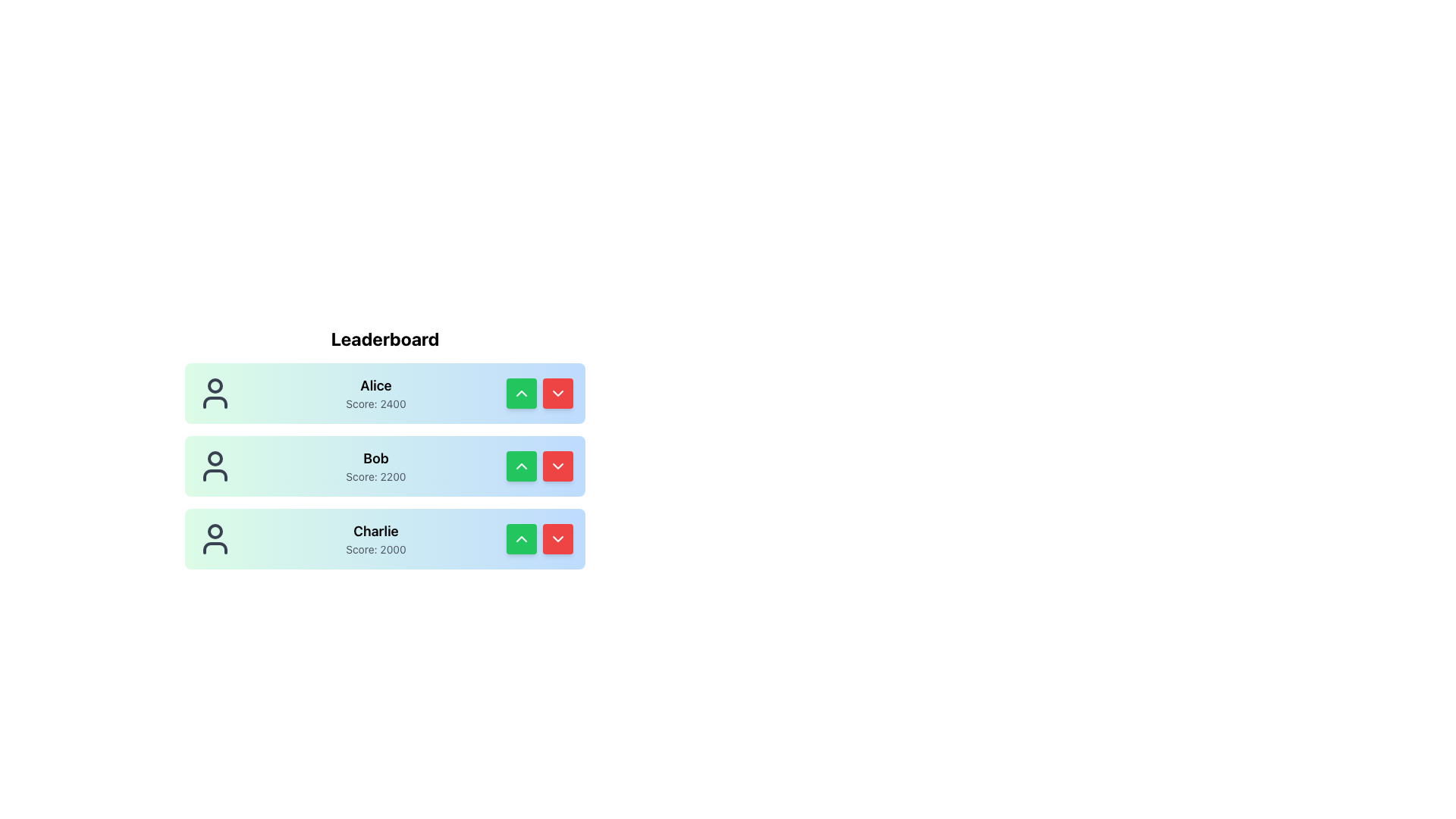  What do you see at coordinates (521, 538) in the screenshot?
I see `the upward vote button located on the right side of the row for 'Charlie' in the leaderboard interface to increase the user's score or rank` at bounding box center [521, 538].